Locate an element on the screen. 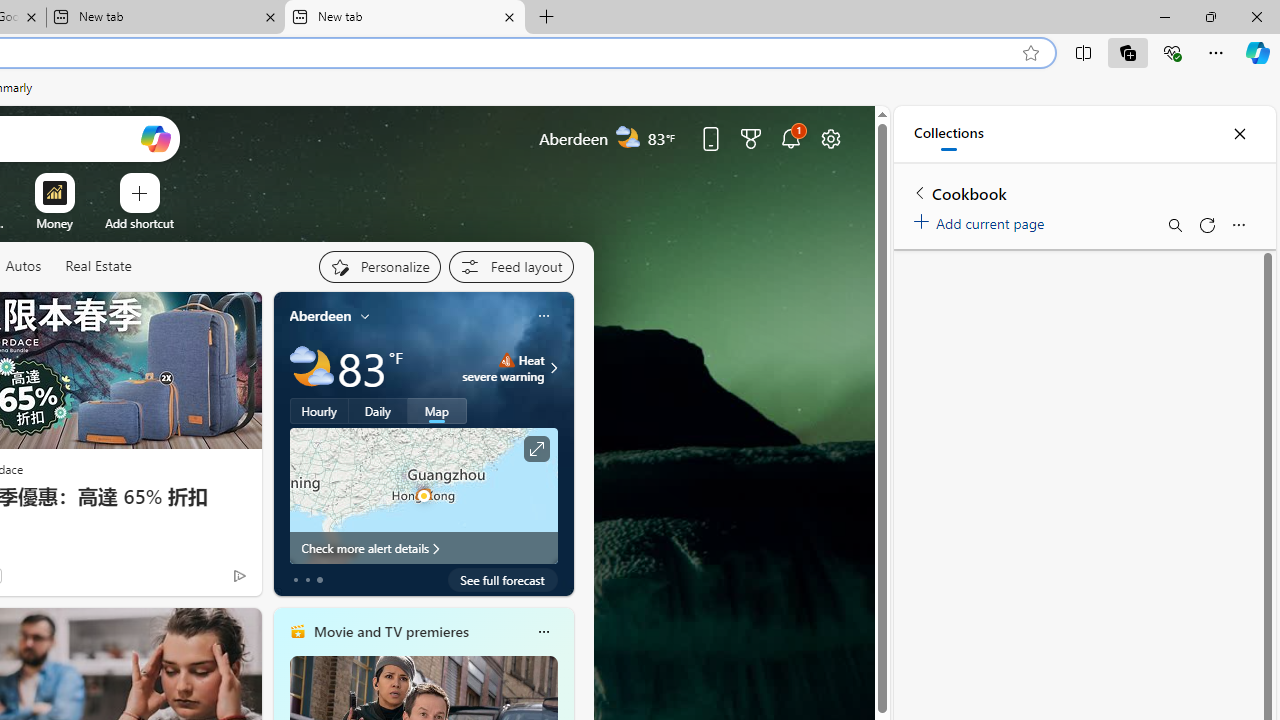  'Personalize your feed"' is located at coordinates (379, 266).